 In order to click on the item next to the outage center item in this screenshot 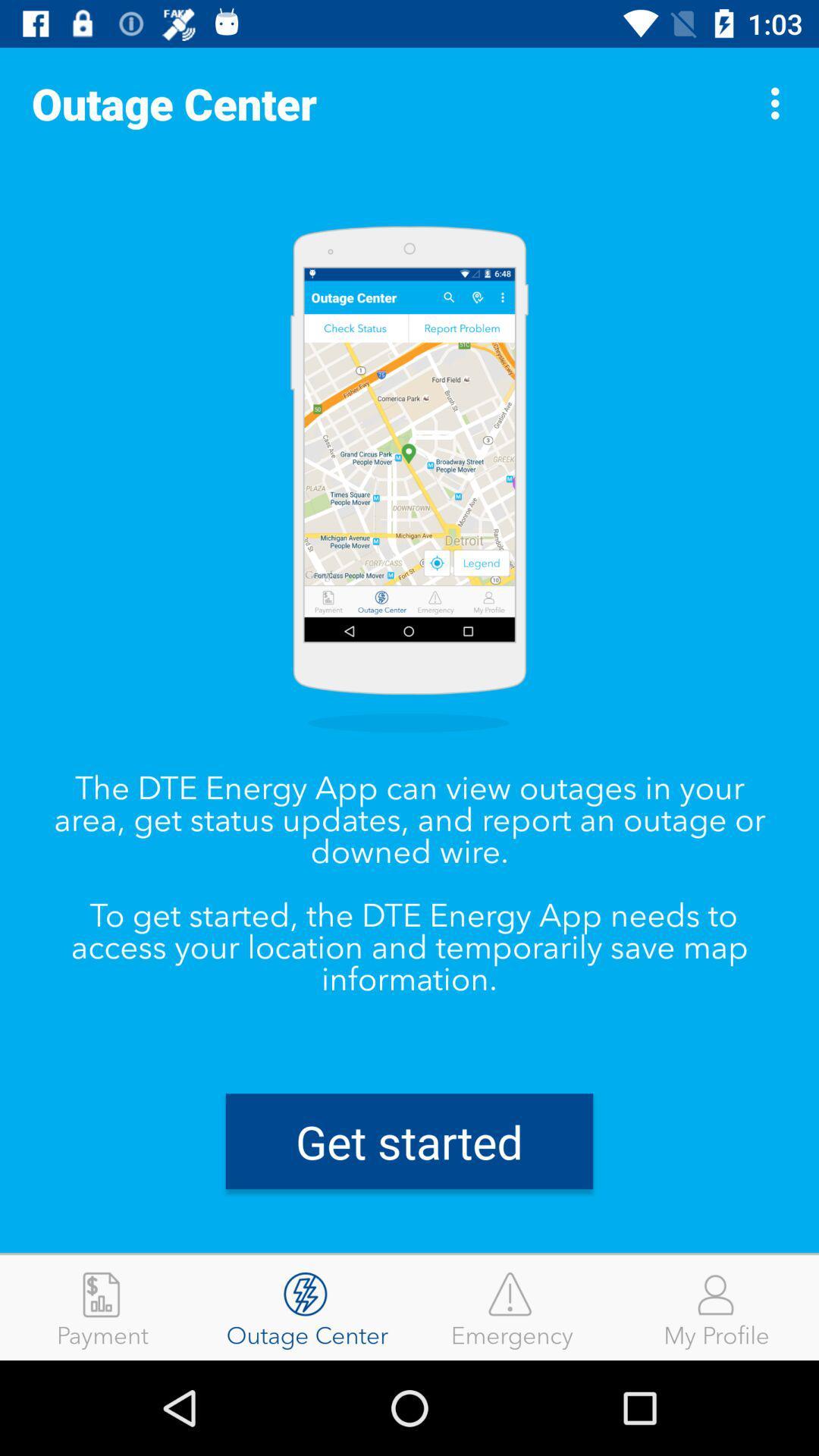, I will do `click(512, 1307)`.